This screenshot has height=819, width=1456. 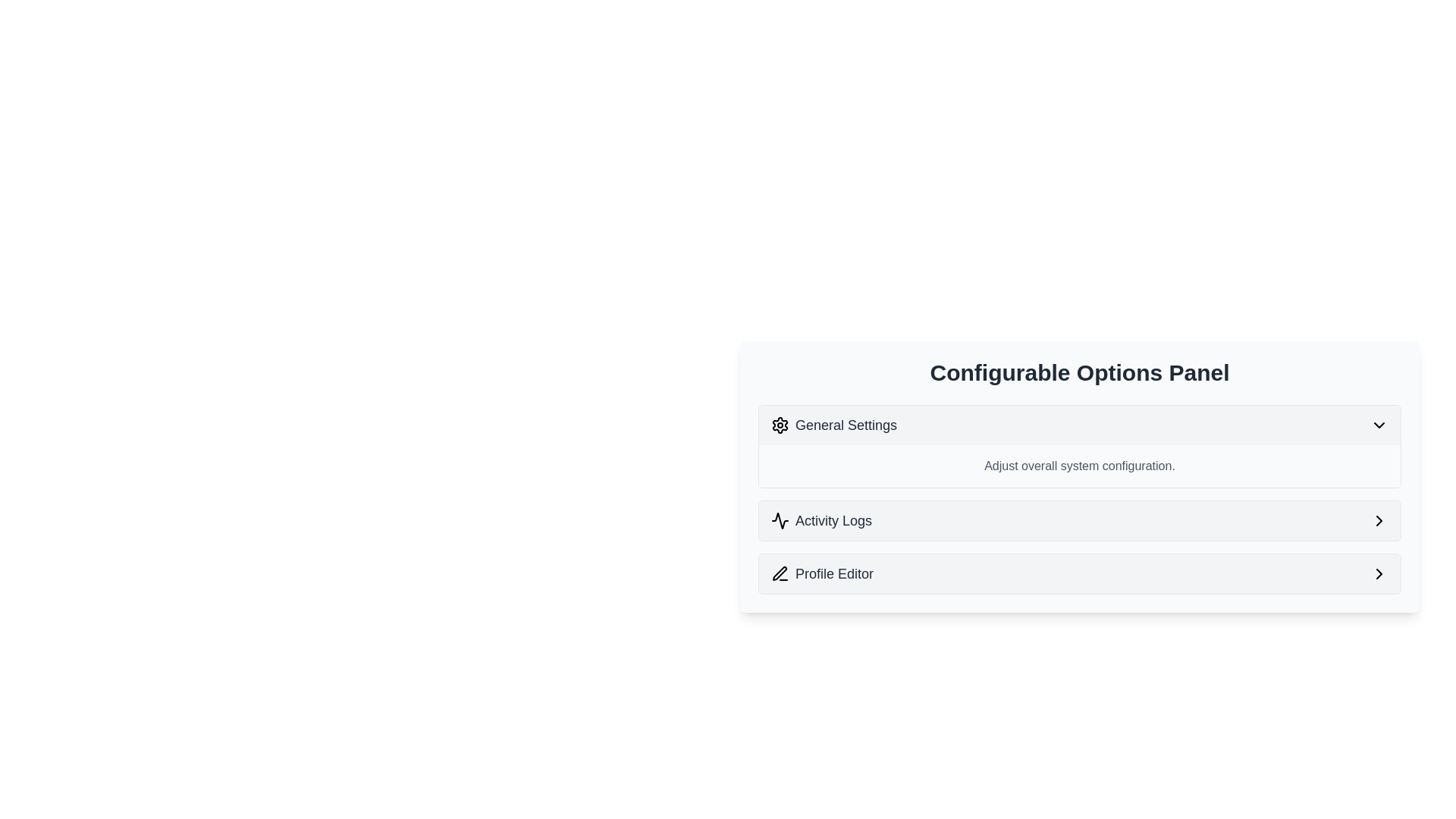 What do you see at coordinates (1379, 519) in the screenshot?
I see `the right-facing chevron navigation icon located at the far-right side of the 'Activity Logs' section in the 'Configurable Options Panel'` at bounding box center [1379, 519].